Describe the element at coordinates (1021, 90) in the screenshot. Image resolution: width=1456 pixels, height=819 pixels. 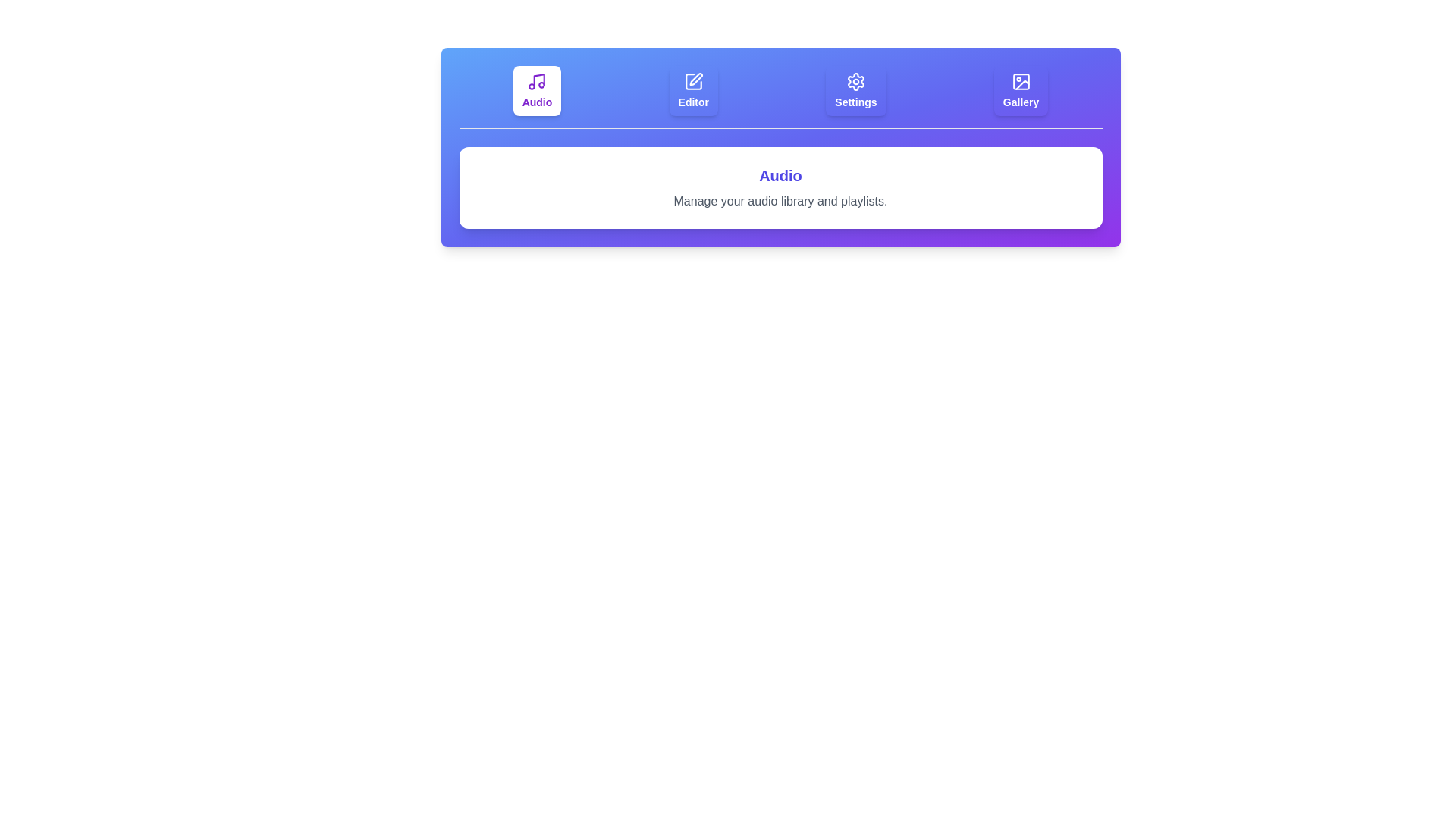
I see `the tab labeled Gallery to observe its hover effect` at that location.